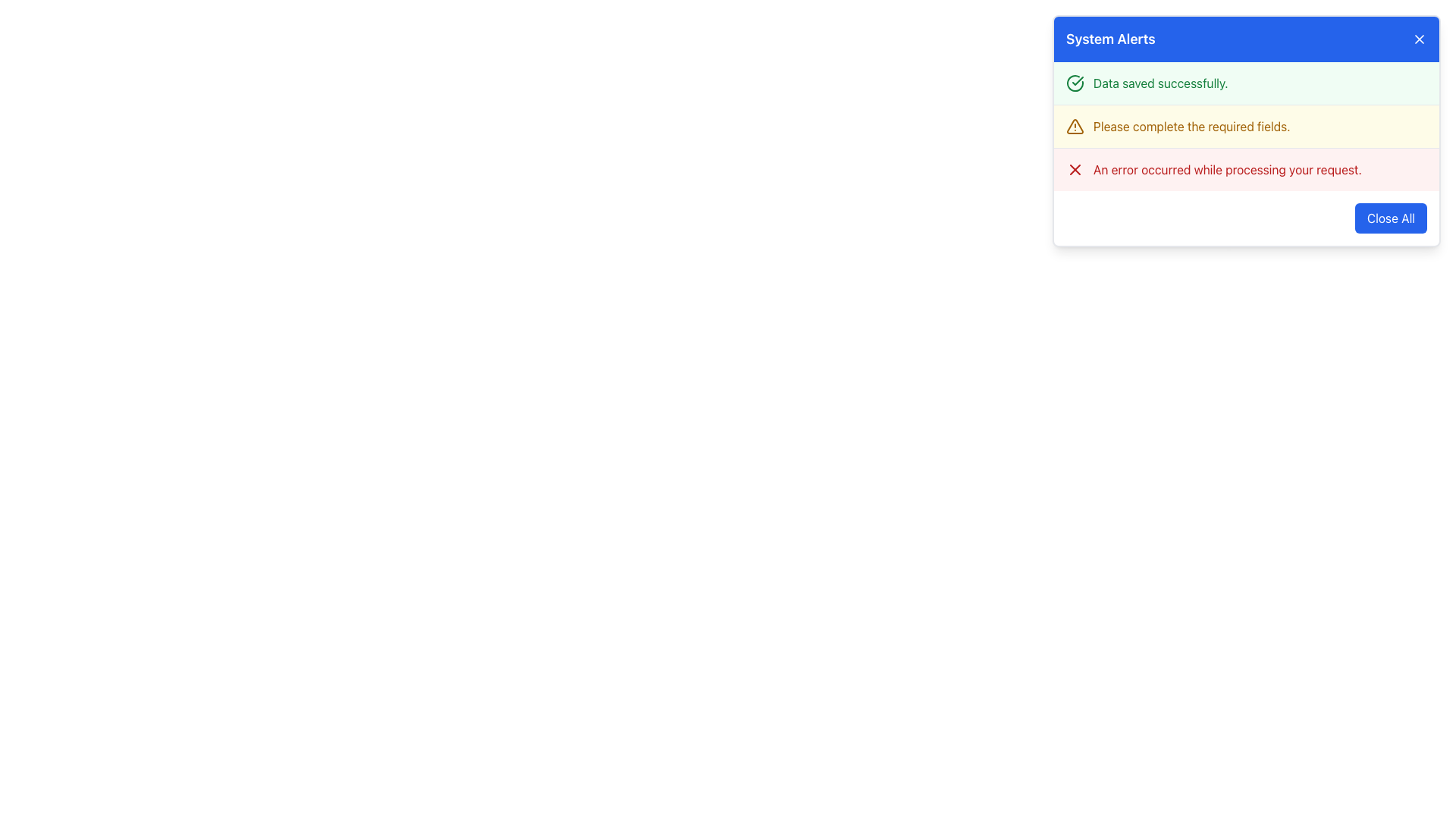  I want to click on the presence of an error by clicking on the third notification alert, which displays an error message, so click(1246, 169).